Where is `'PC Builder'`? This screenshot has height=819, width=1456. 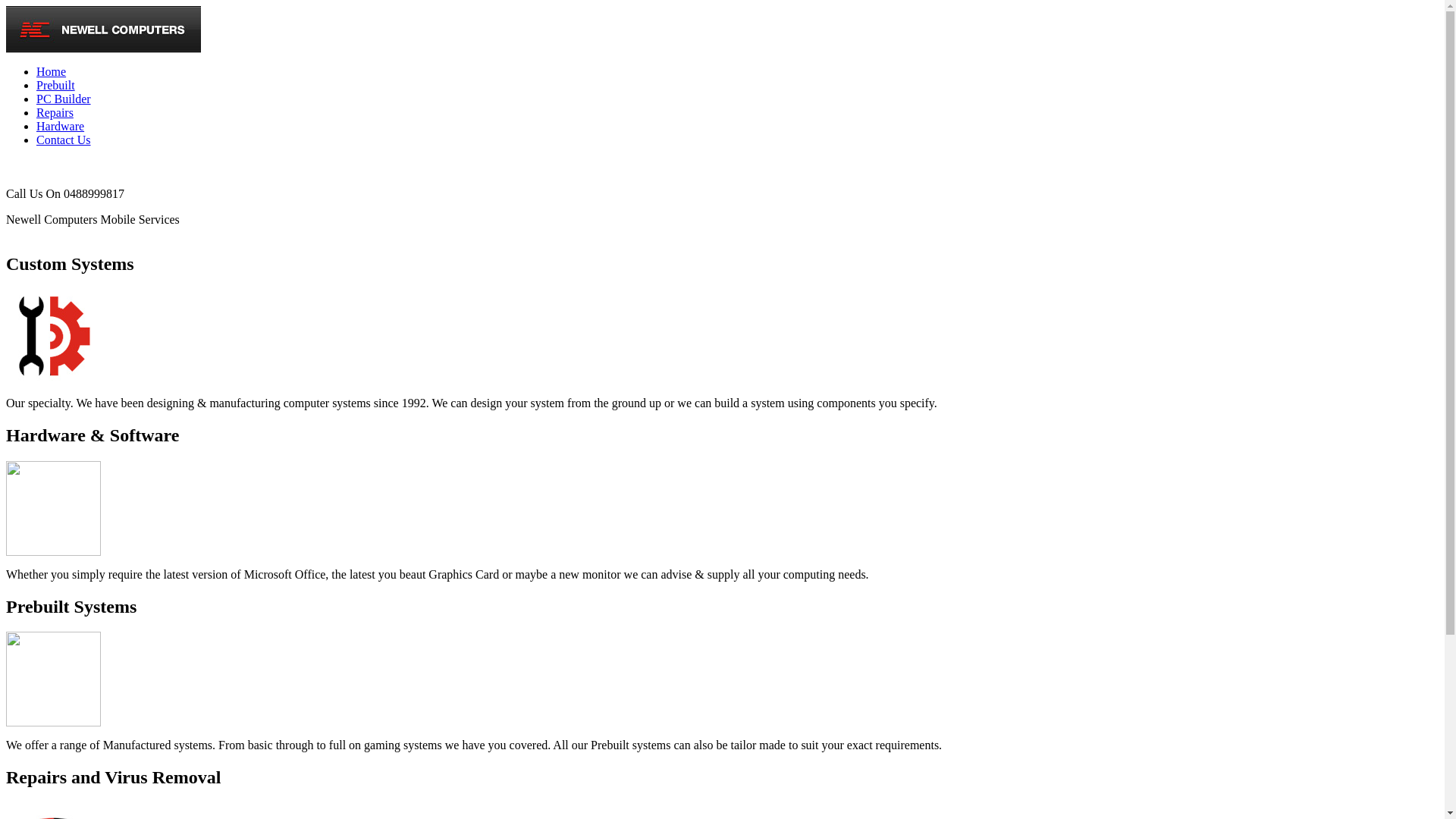 'PC Builder' is located at coordinates (62, 99).